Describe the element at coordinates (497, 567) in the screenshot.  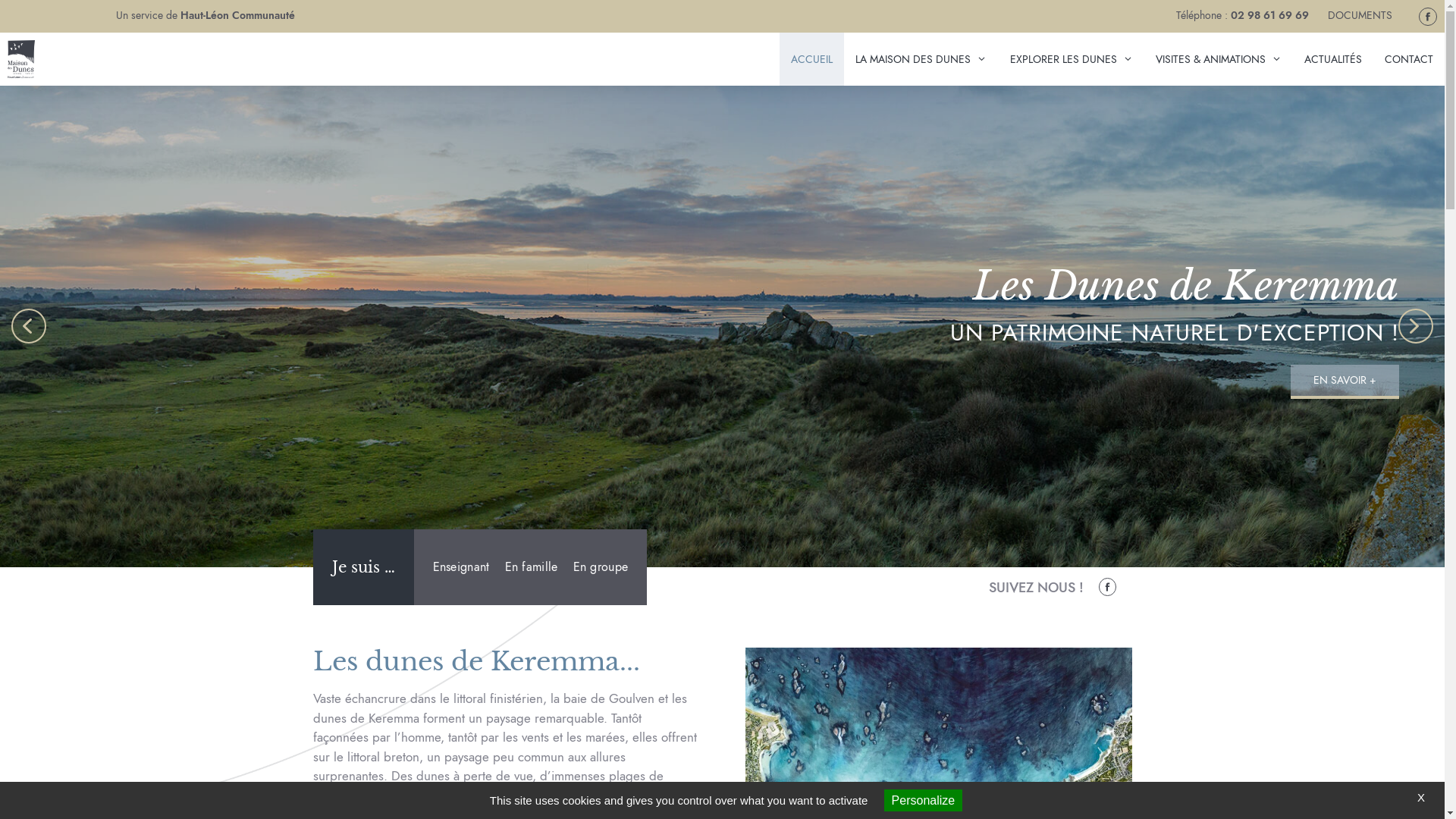
I see `'En famille'` at that location.